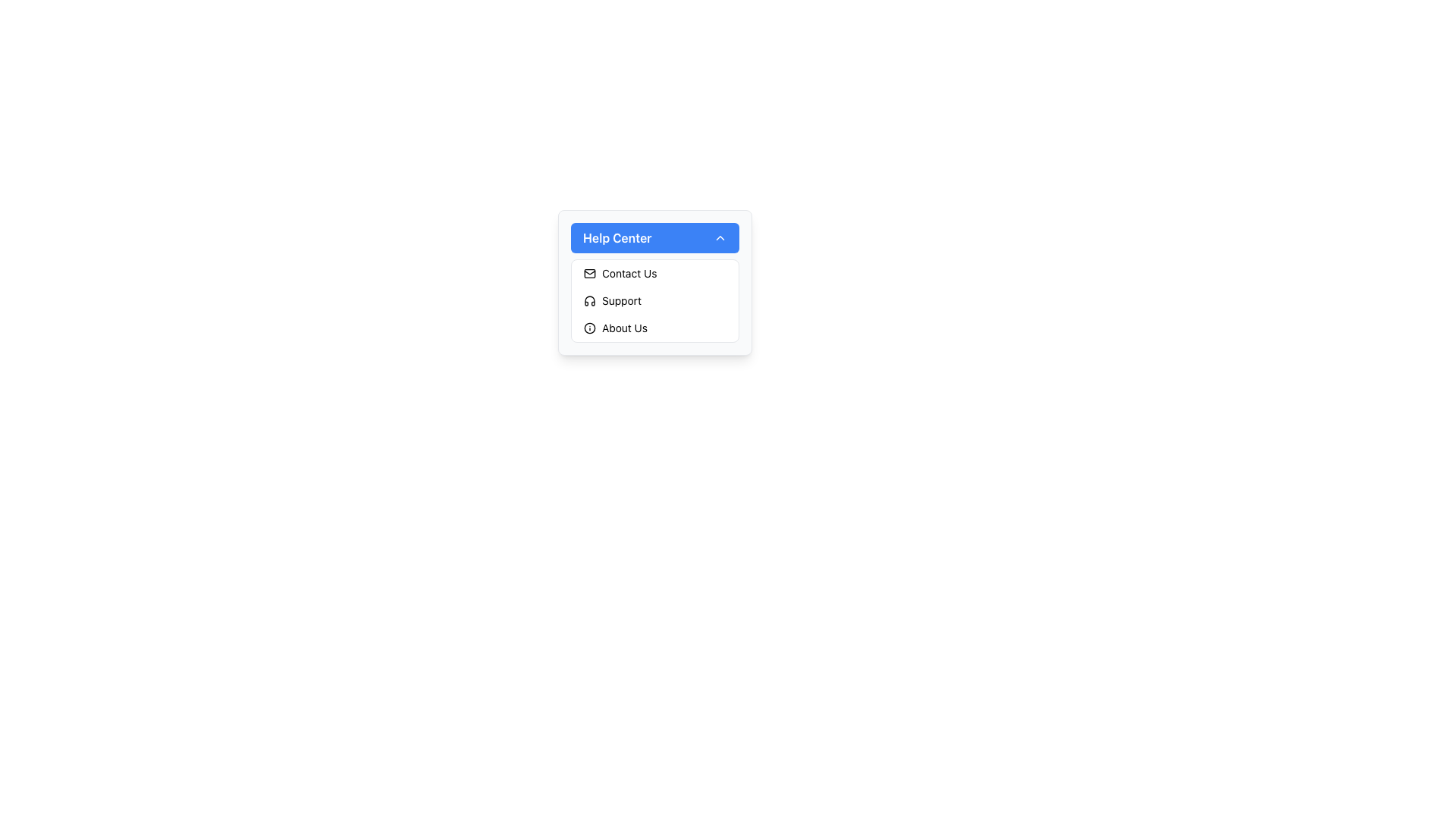  I want to click on the second item in the dropdown menu under 'Contact Us' which serves as a button, so click(655, 301).